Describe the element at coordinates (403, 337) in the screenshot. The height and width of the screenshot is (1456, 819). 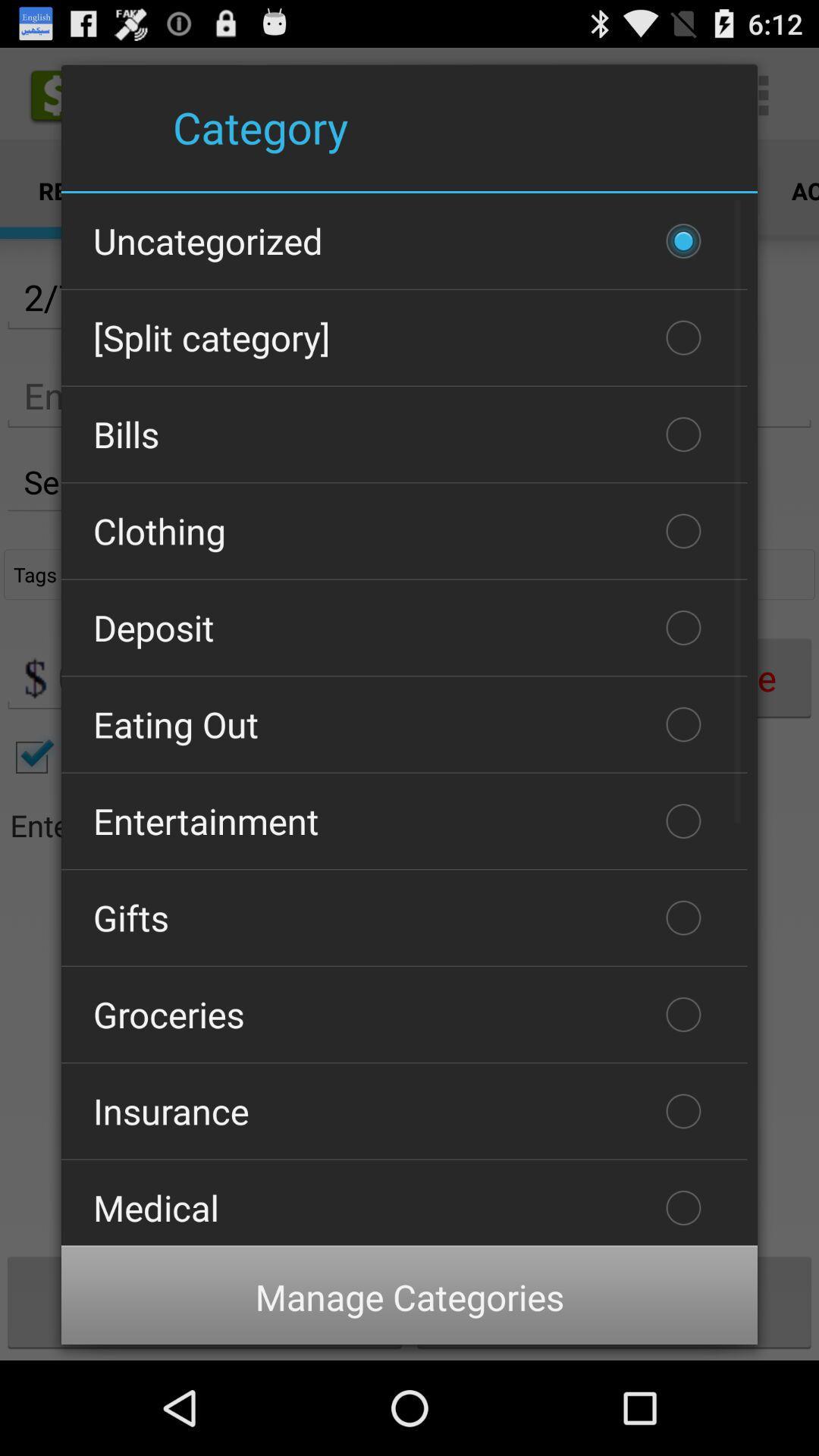
I see `[split category]` at that location.